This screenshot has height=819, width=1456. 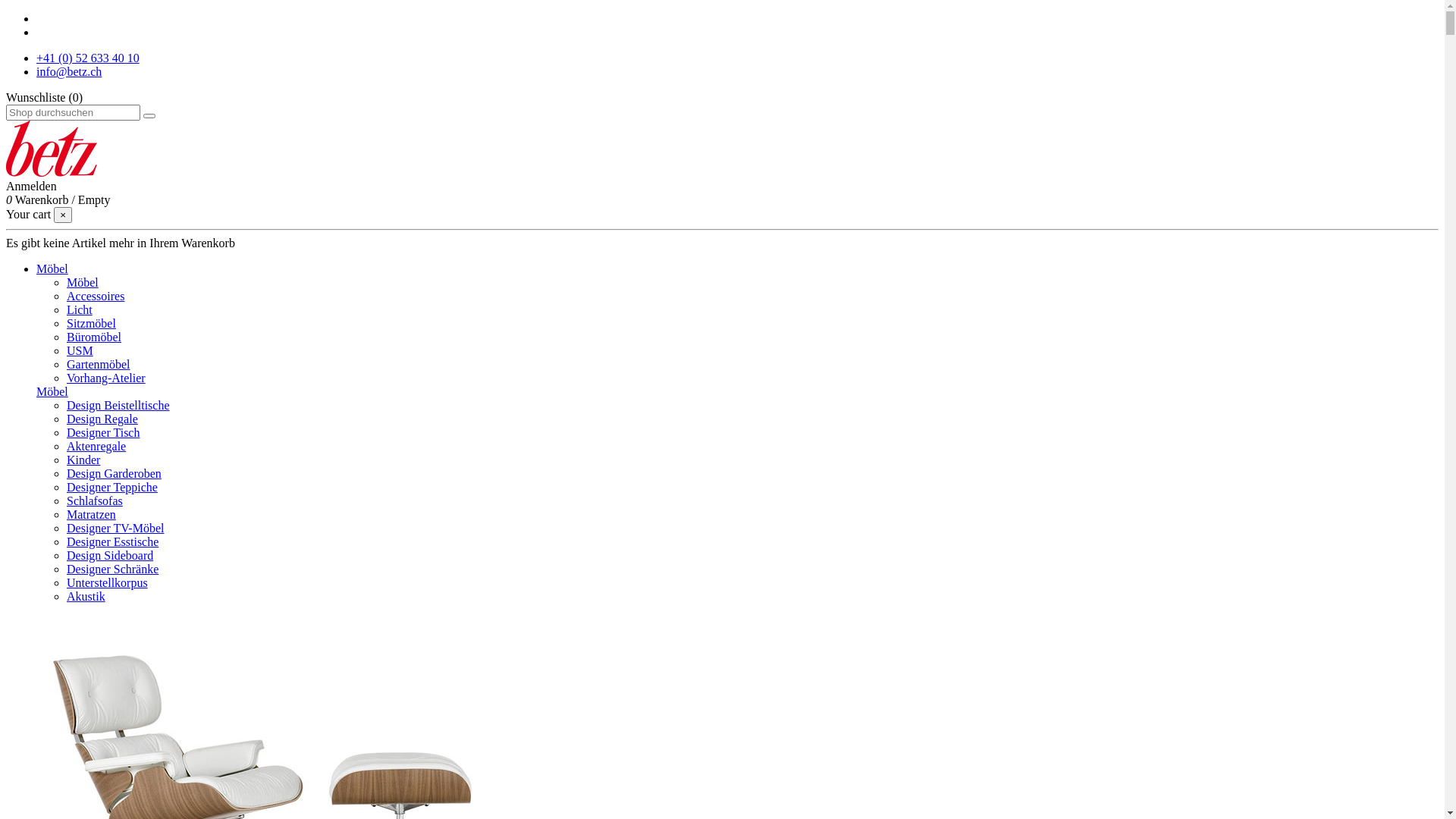 I want to click on 'Aktenregale', so click(x=95, y=445).